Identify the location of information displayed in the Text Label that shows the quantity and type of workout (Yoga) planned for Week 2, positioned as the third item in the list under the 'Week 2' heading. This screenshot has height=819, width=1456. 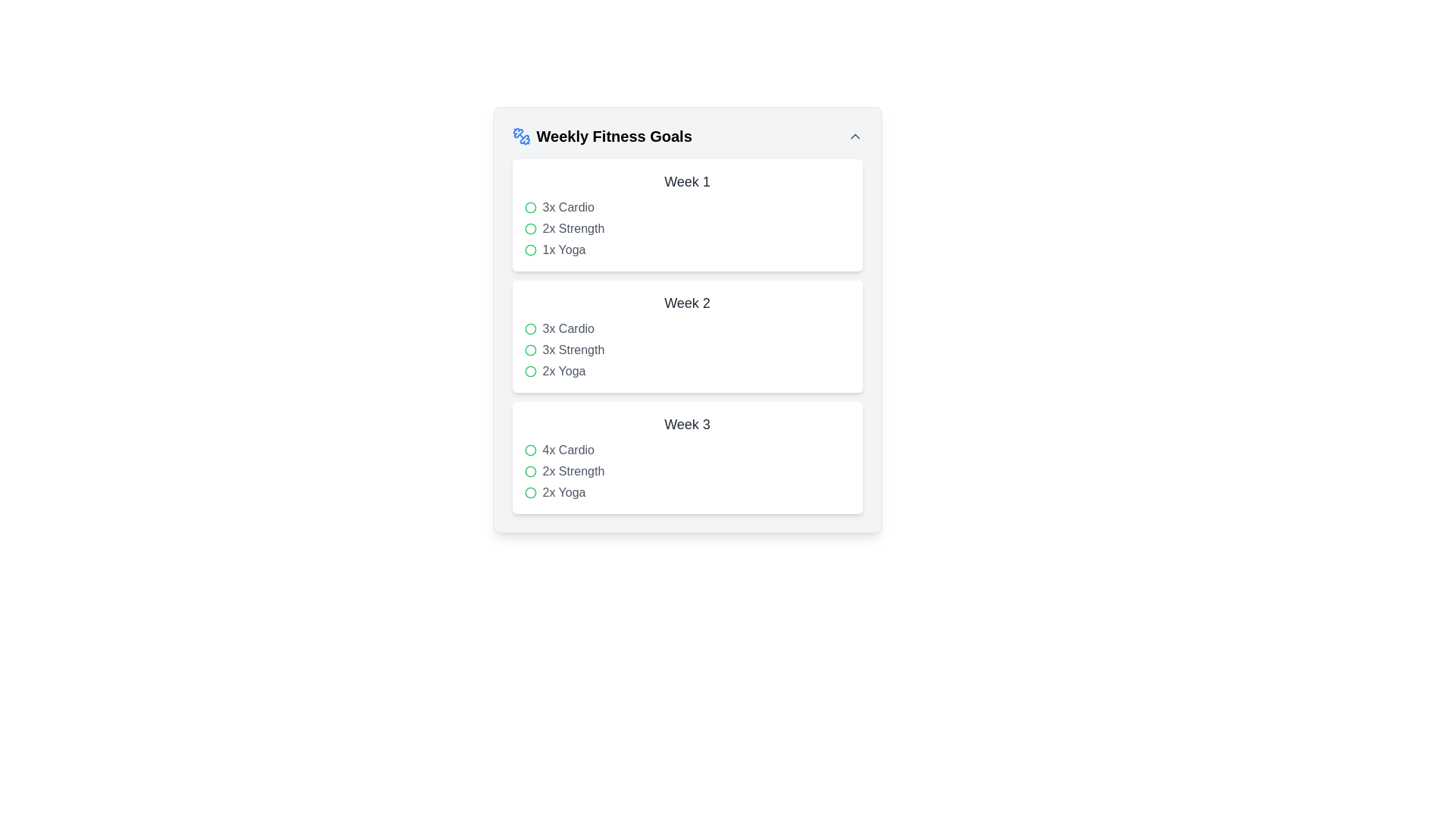
(563, 371).